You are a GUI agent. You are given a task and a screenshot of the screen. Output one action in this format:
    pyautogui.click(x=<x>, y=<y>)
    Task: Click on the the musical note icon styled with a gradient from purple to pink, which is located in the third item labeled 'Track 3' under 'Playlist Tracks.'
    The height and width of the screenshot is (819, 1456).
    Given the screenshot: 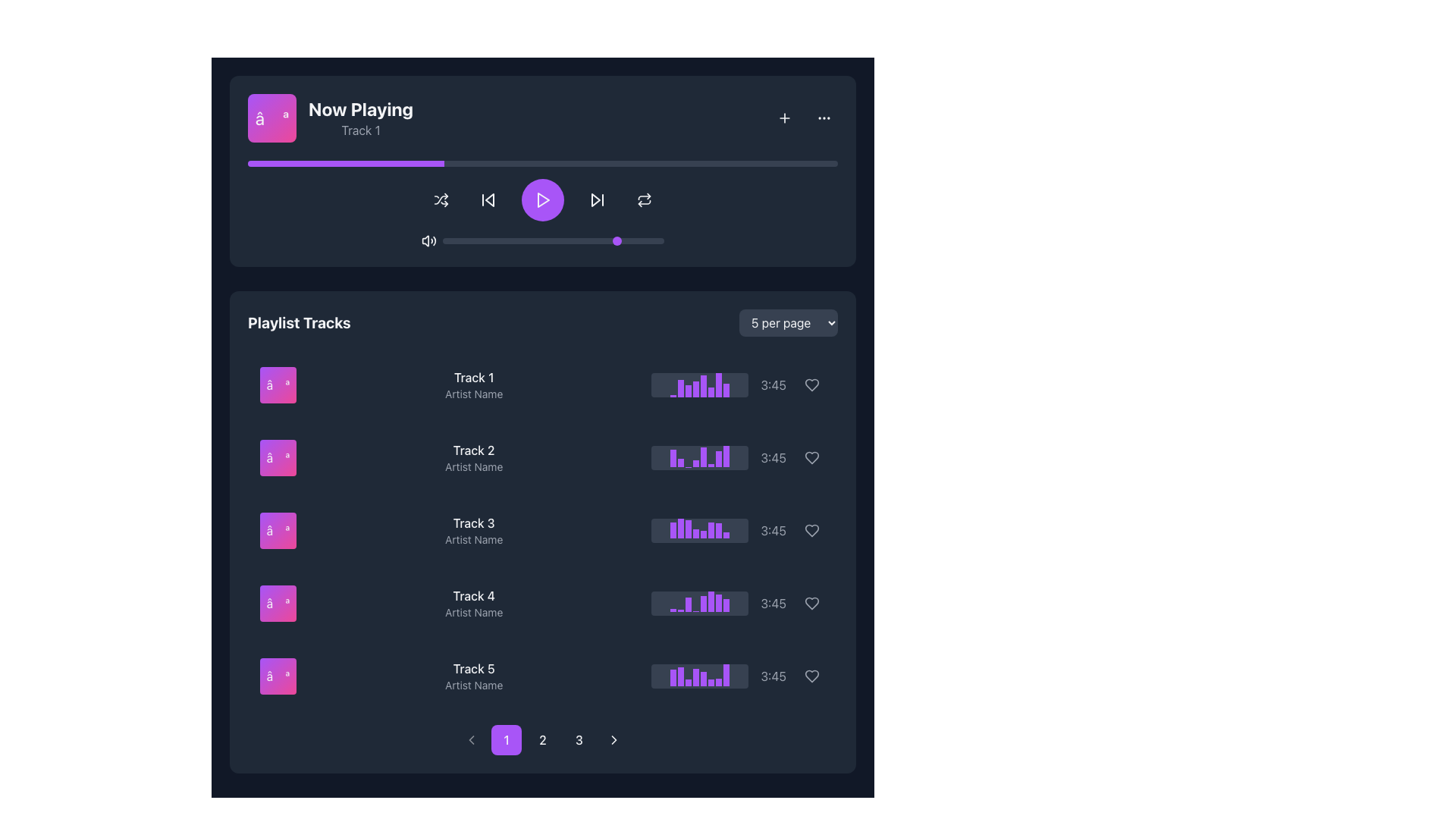 What is the action you would take?
    pyautogui.click(x=278, y=529)
    